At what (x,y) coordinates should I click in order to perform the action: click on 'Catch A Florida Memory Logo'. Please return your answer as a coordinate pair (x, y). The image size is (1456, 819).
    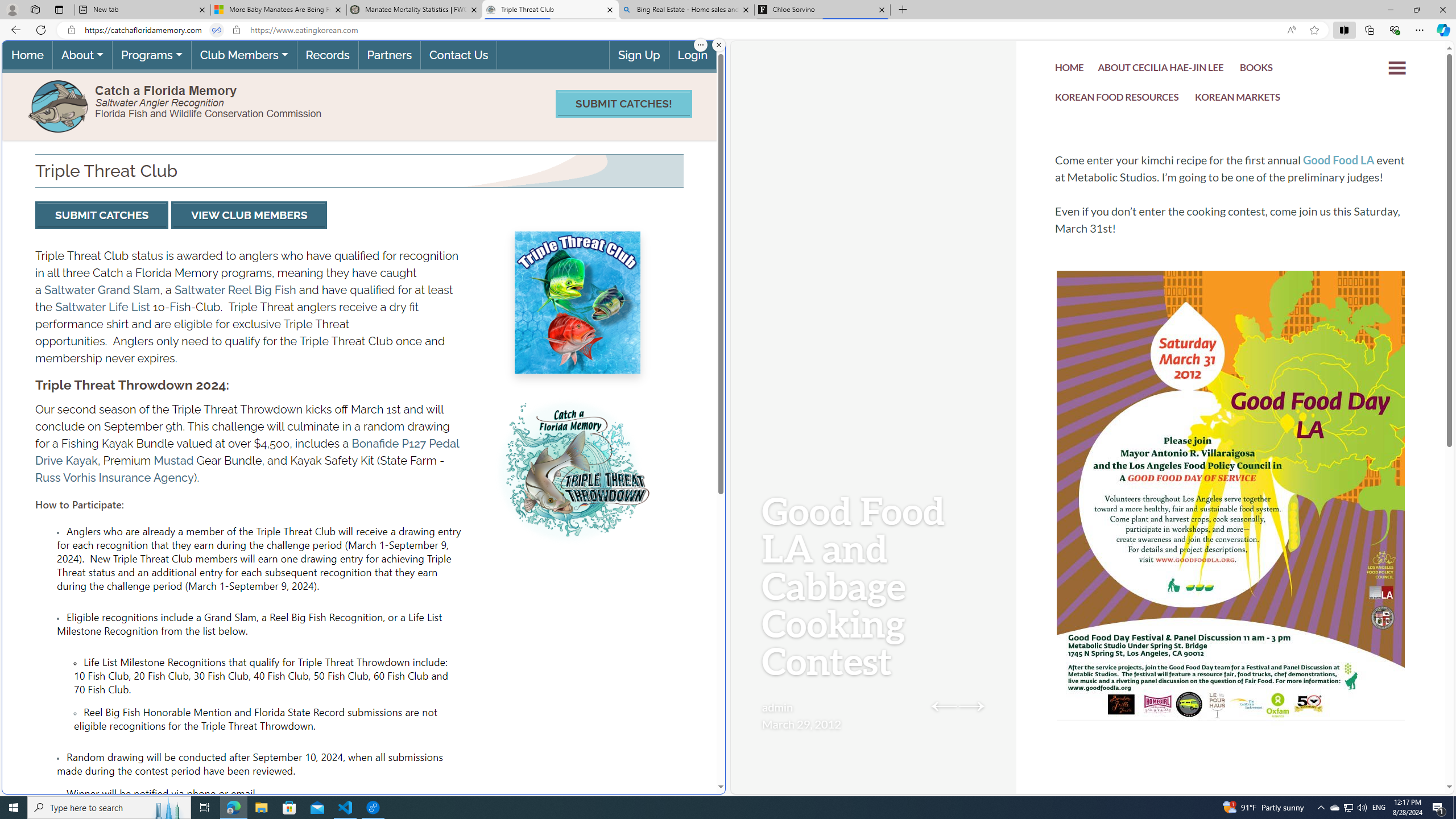
    Looking at the image, I should click on (58, 104).